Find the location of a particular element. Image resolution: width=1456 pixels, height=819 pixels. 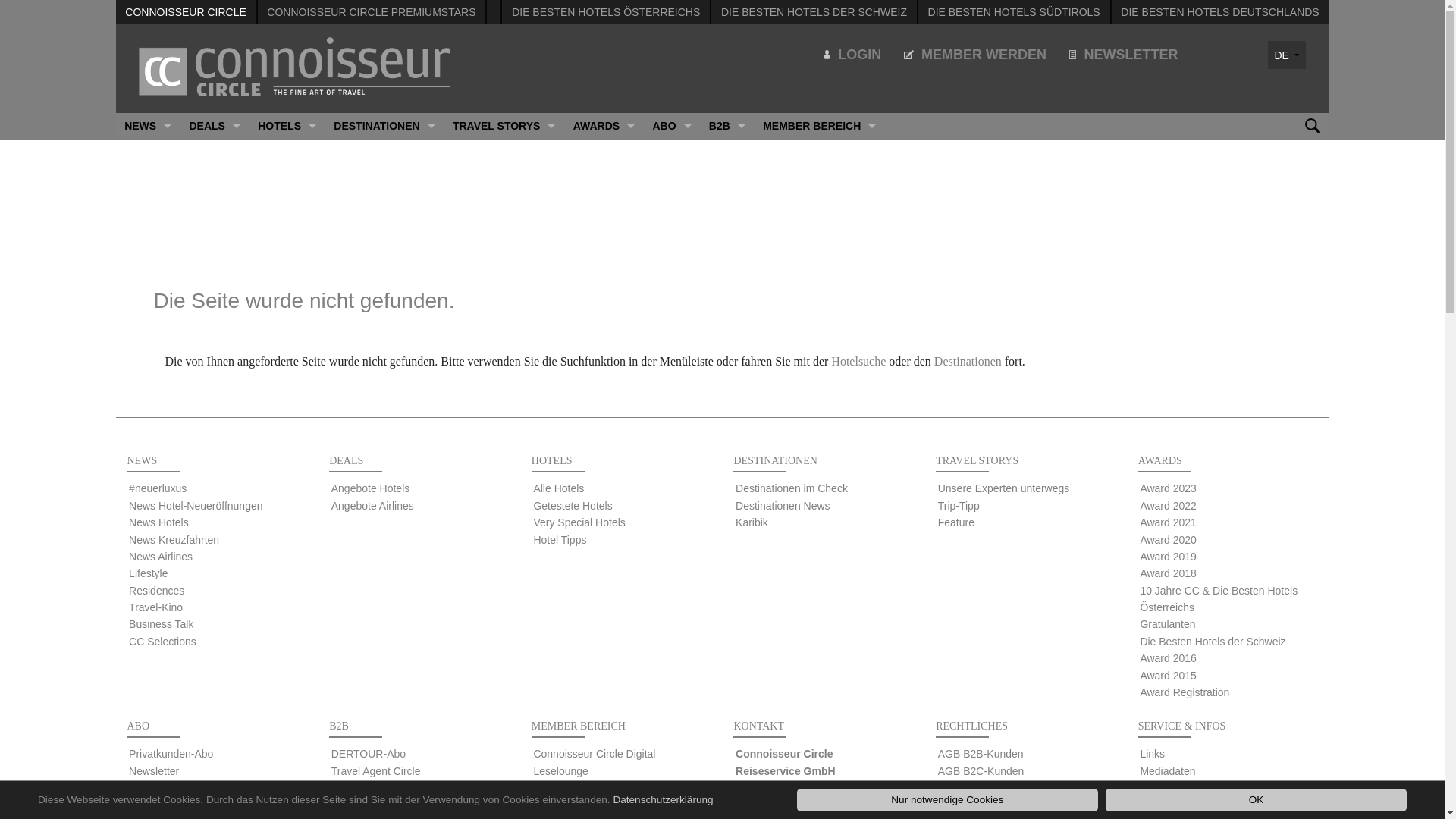

'AGB B2B-Kunden' is located at coordinates (981, 754).